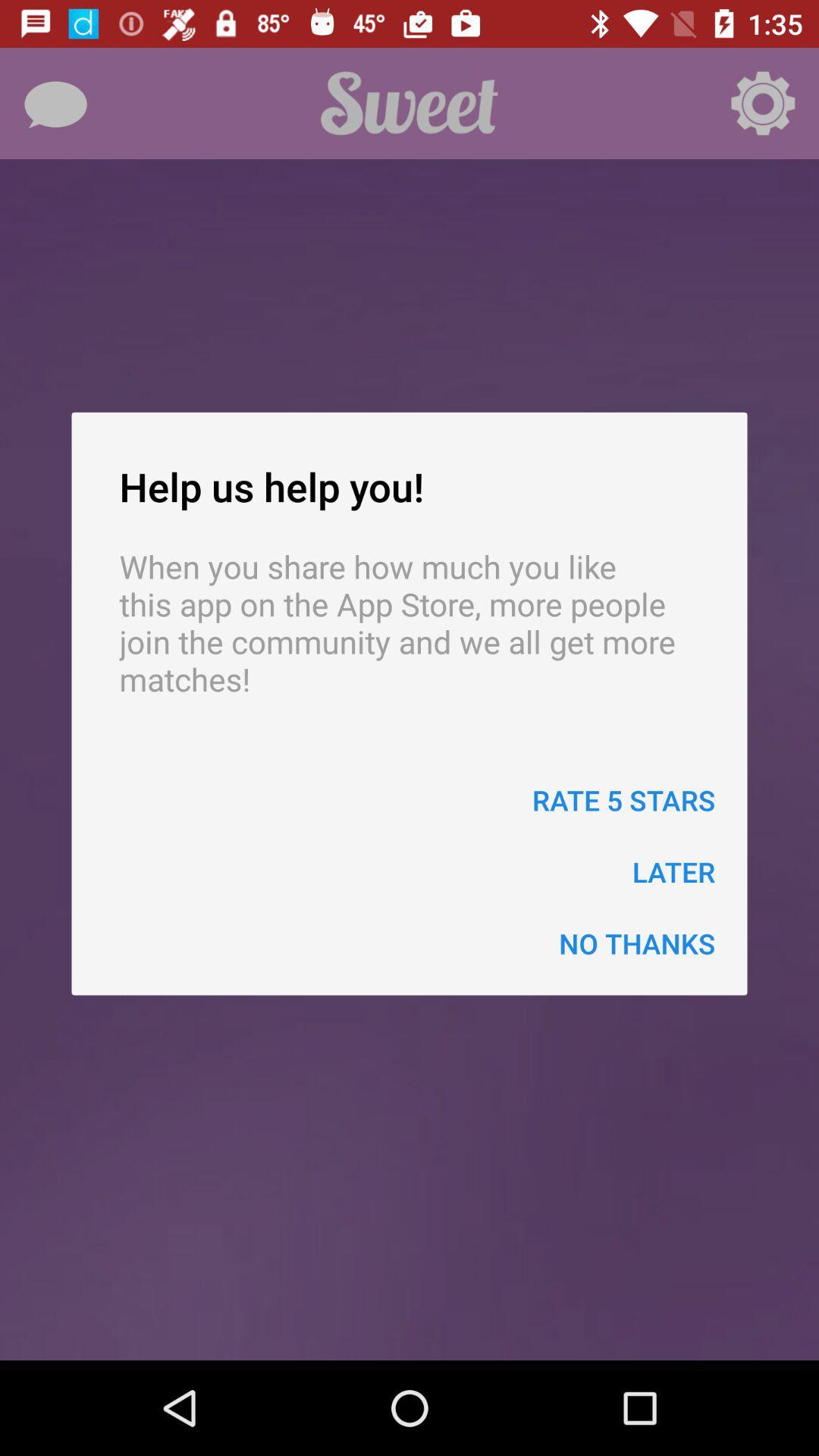 The height and width of the screenshot is (1456, 819). I want to click on later icon, so click(673, 871).